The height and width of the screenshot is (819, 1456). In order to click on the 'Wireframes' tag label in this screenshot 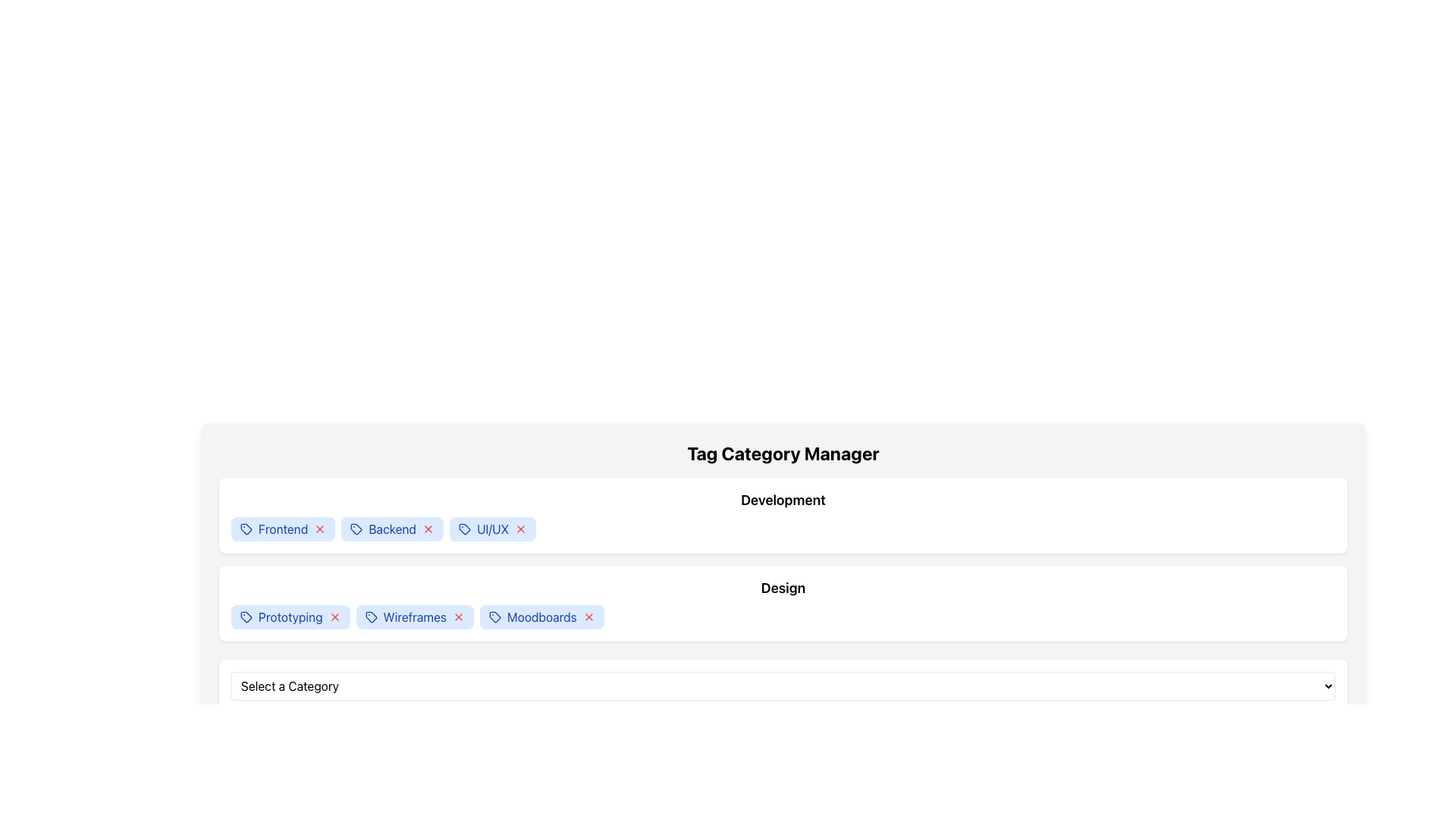, I will do `click(415, 617)`.